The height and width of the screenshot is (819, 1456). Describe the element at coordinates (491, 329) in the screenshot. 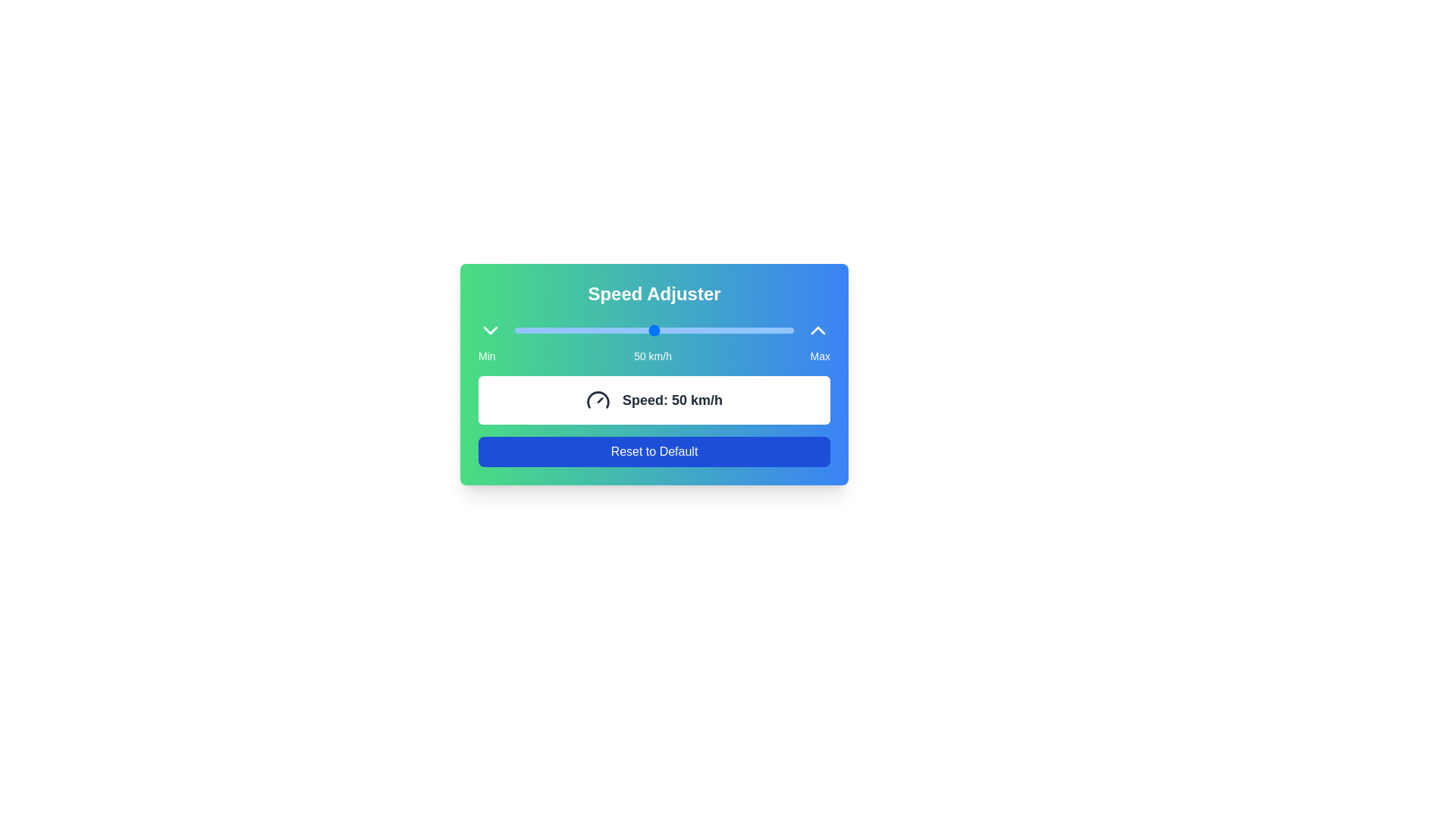

I see `the downward-facing chevron icon located at the far-left end of the 'Speed Adjuster' panel` at that location.